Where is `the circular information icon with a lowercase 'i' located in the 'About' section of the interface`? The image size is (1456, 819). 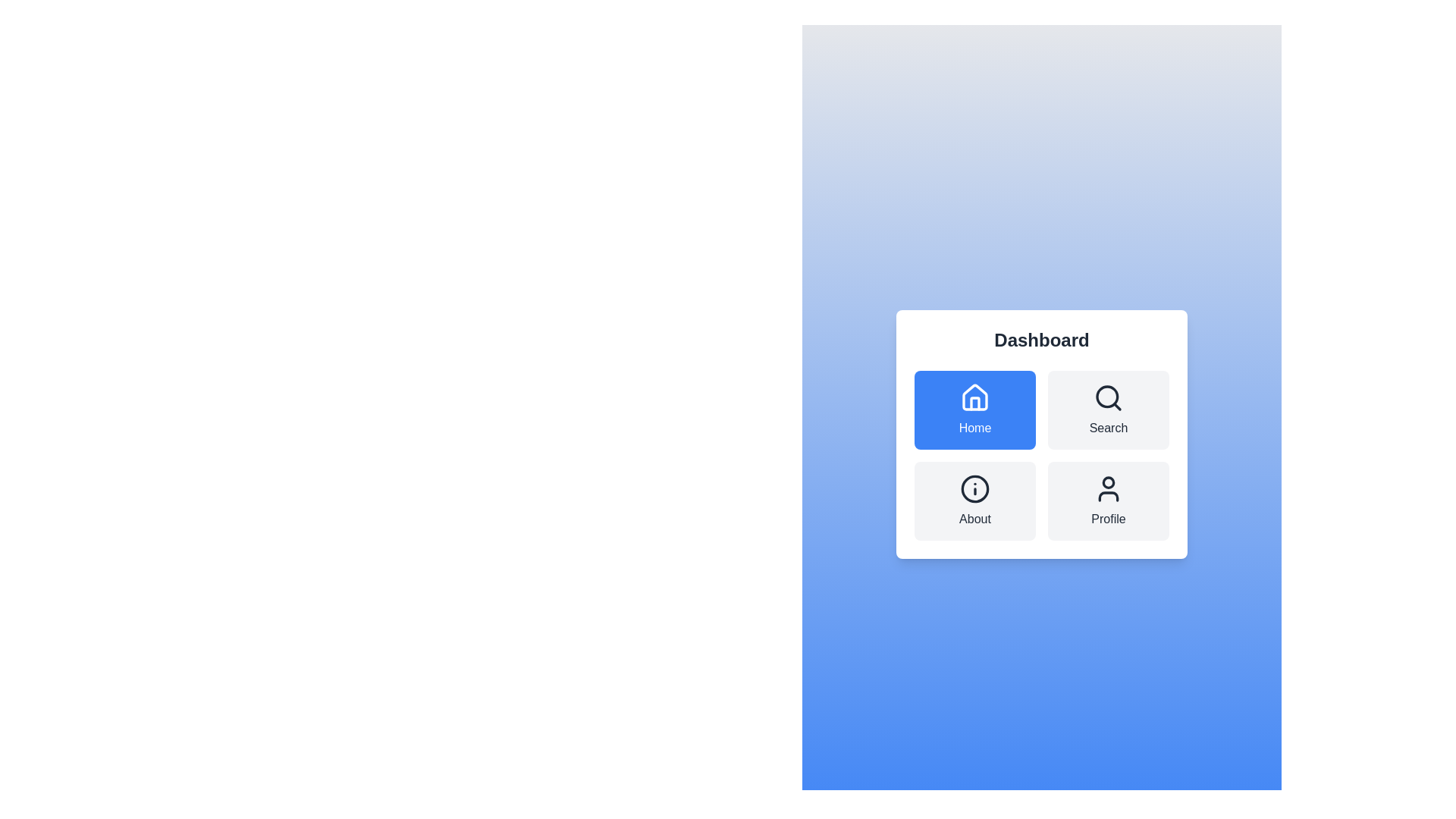 the circular information icon with a lowercase 'i' located in the 'About' section of the interface is located at coordinates (975, 488).